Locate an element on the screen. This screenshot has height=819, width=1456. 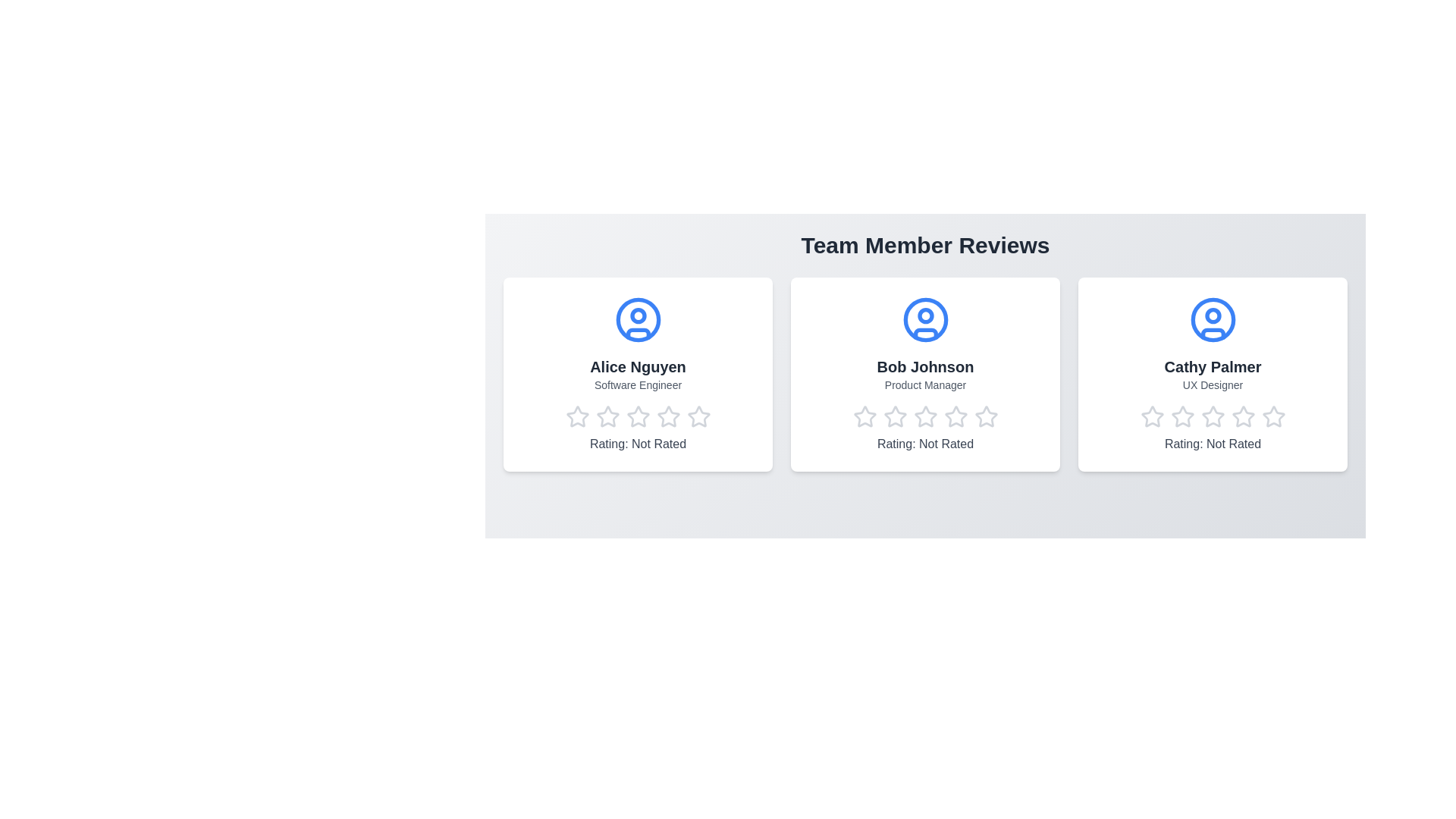
the card of the team member Cathy Palmer to view their details is located at coordinates (1212, 374).